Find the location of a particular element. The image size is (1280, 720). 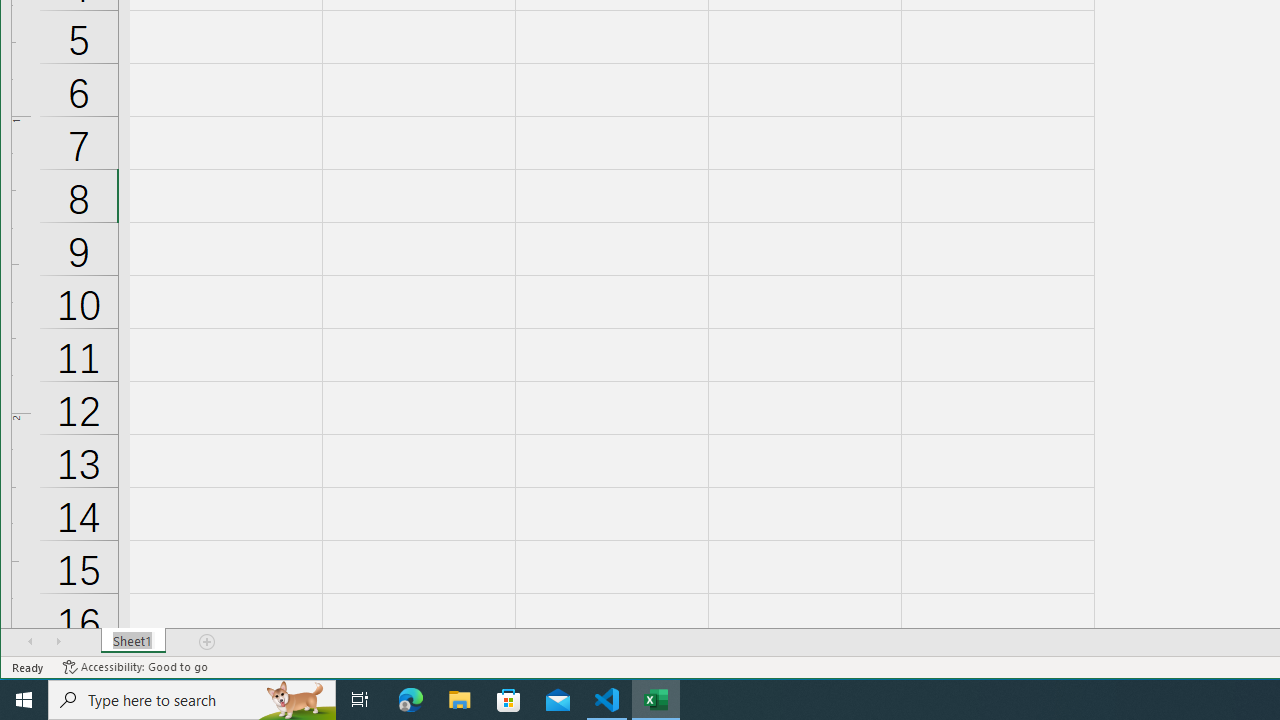

'Task View' is located at coordinates (359, 698).